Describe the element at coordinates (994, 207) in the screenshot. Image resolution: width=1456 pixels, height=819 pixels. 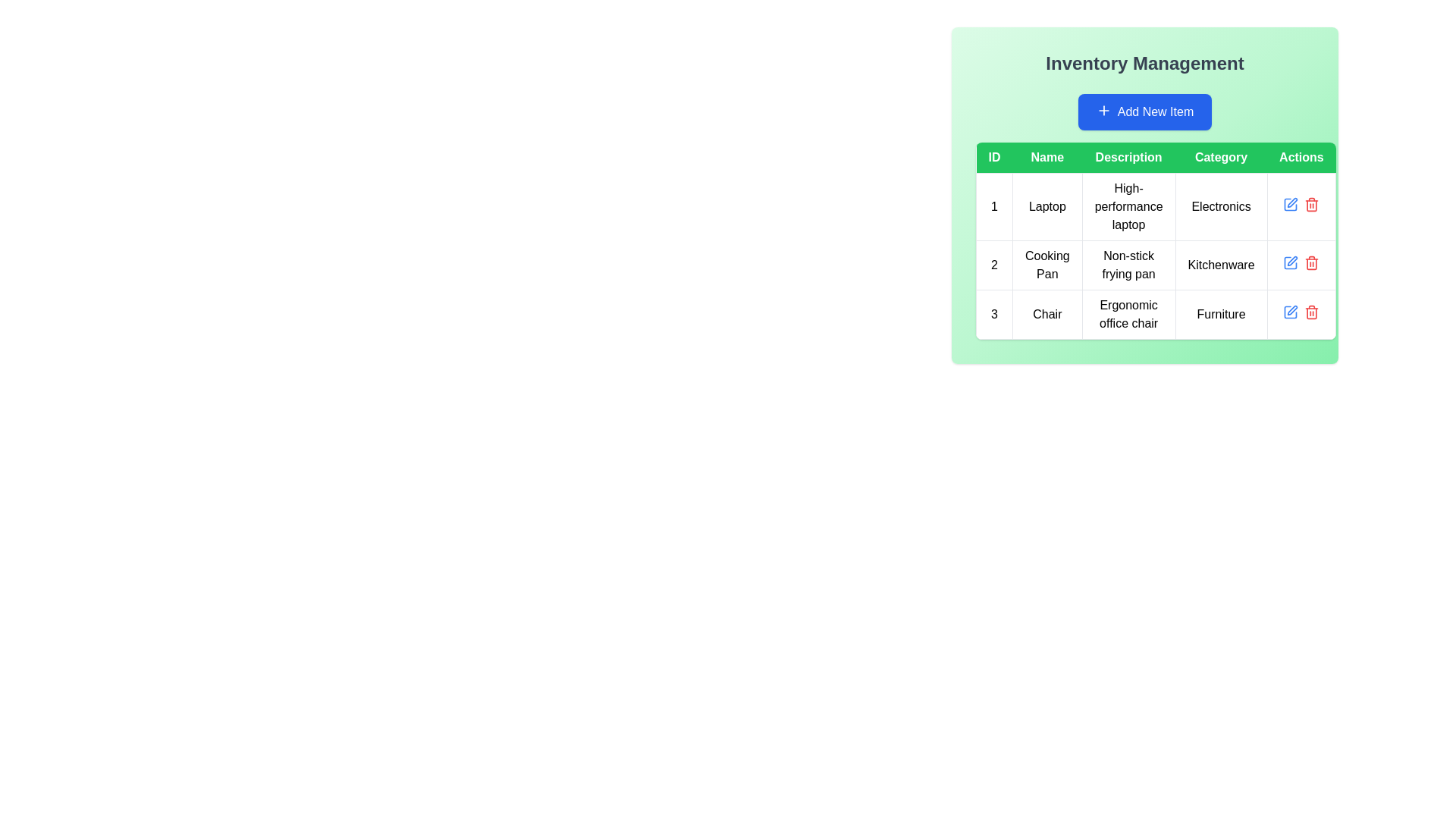
I see `the table cell containing the text '1', which is styled with centered text and bordered edges, located in the first column of the first row of the table interface` at that location.